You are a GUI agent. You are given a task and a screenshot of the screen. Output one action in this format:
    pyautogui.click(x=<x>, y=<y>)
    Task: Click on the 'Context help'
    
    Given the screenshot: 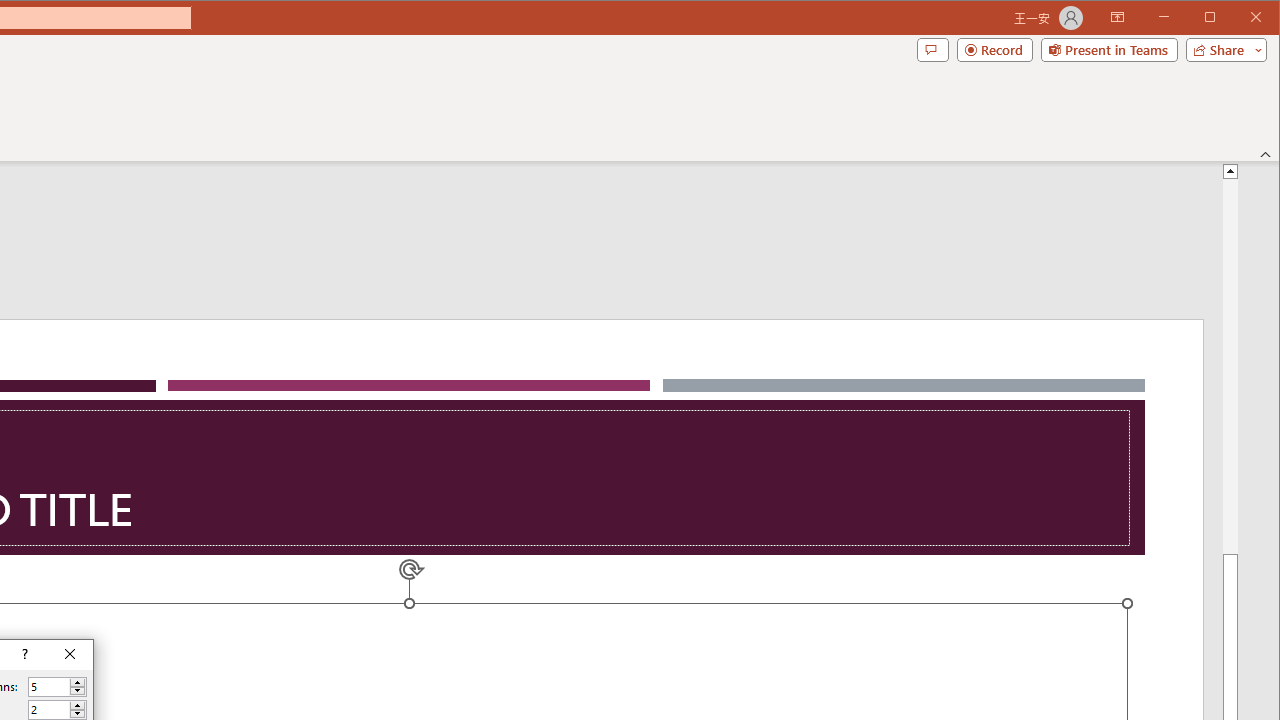 What is the action you would take?
    pyautogui.click(x=23, y=655)
    